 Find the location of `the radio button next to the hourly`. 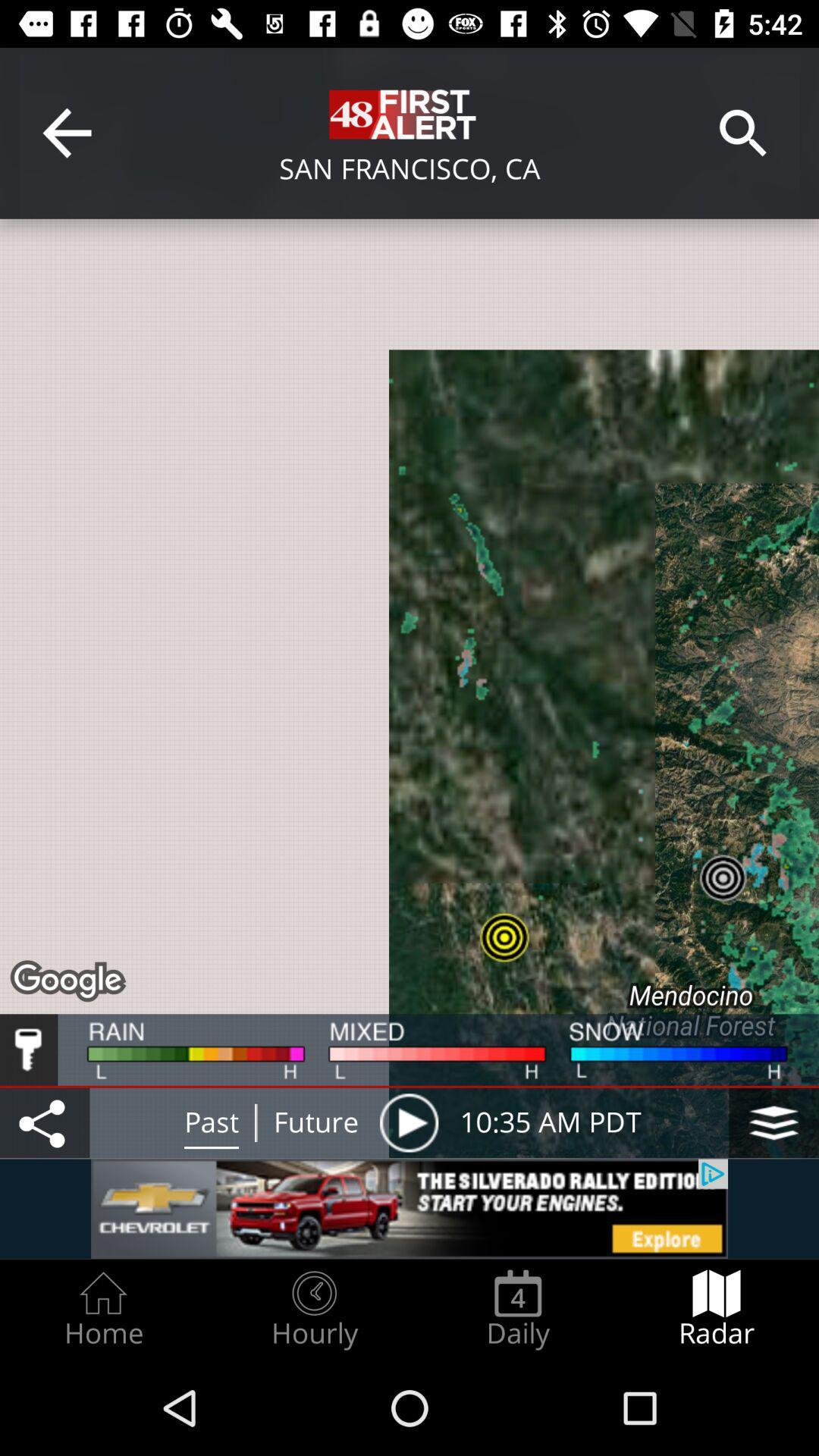

the radio button next to the hourly is located at coordinates (517, 1309).